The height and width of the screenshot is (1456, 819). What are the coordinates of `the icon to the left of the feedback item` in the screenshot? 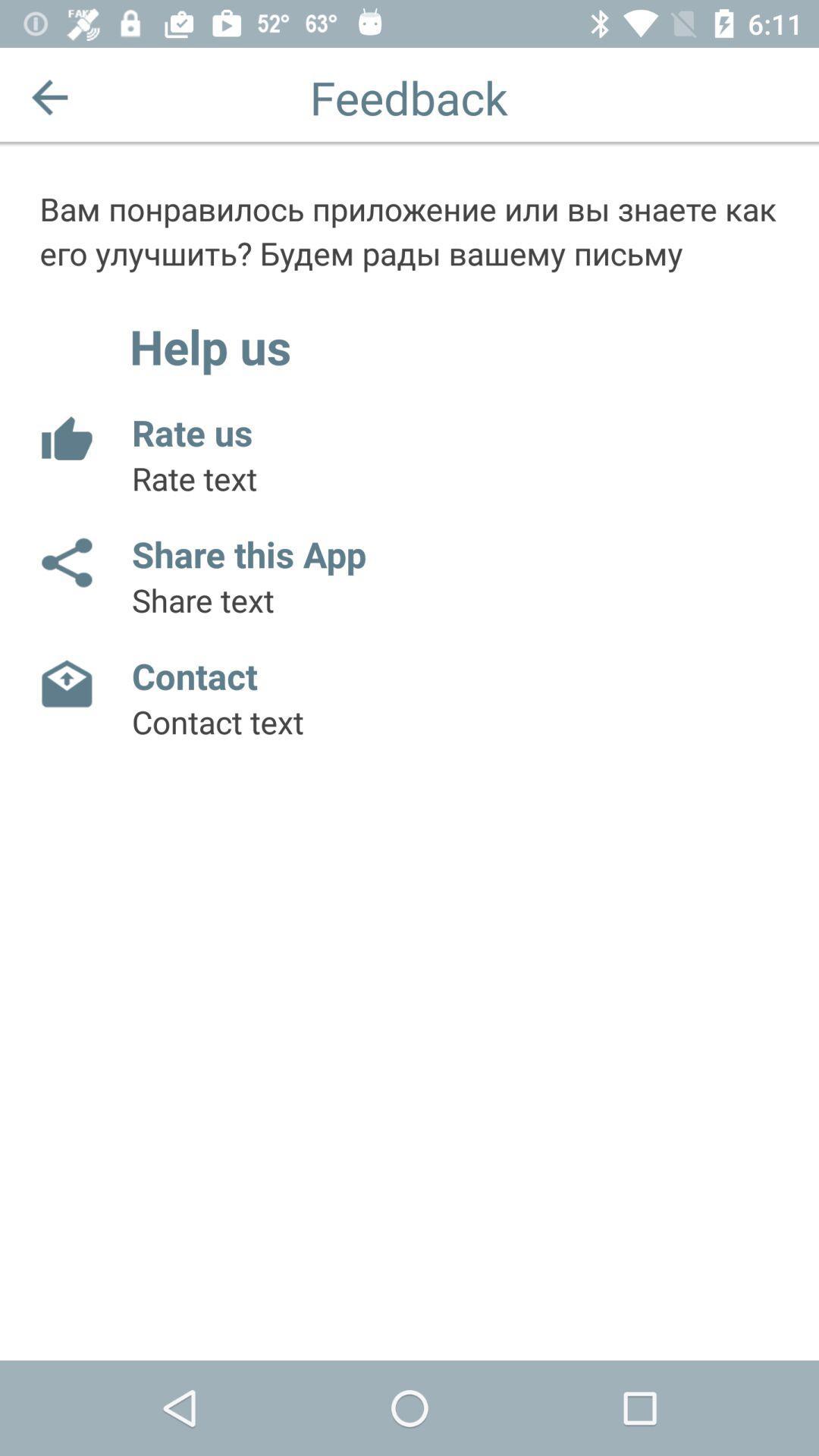 It's located at (49, 96).